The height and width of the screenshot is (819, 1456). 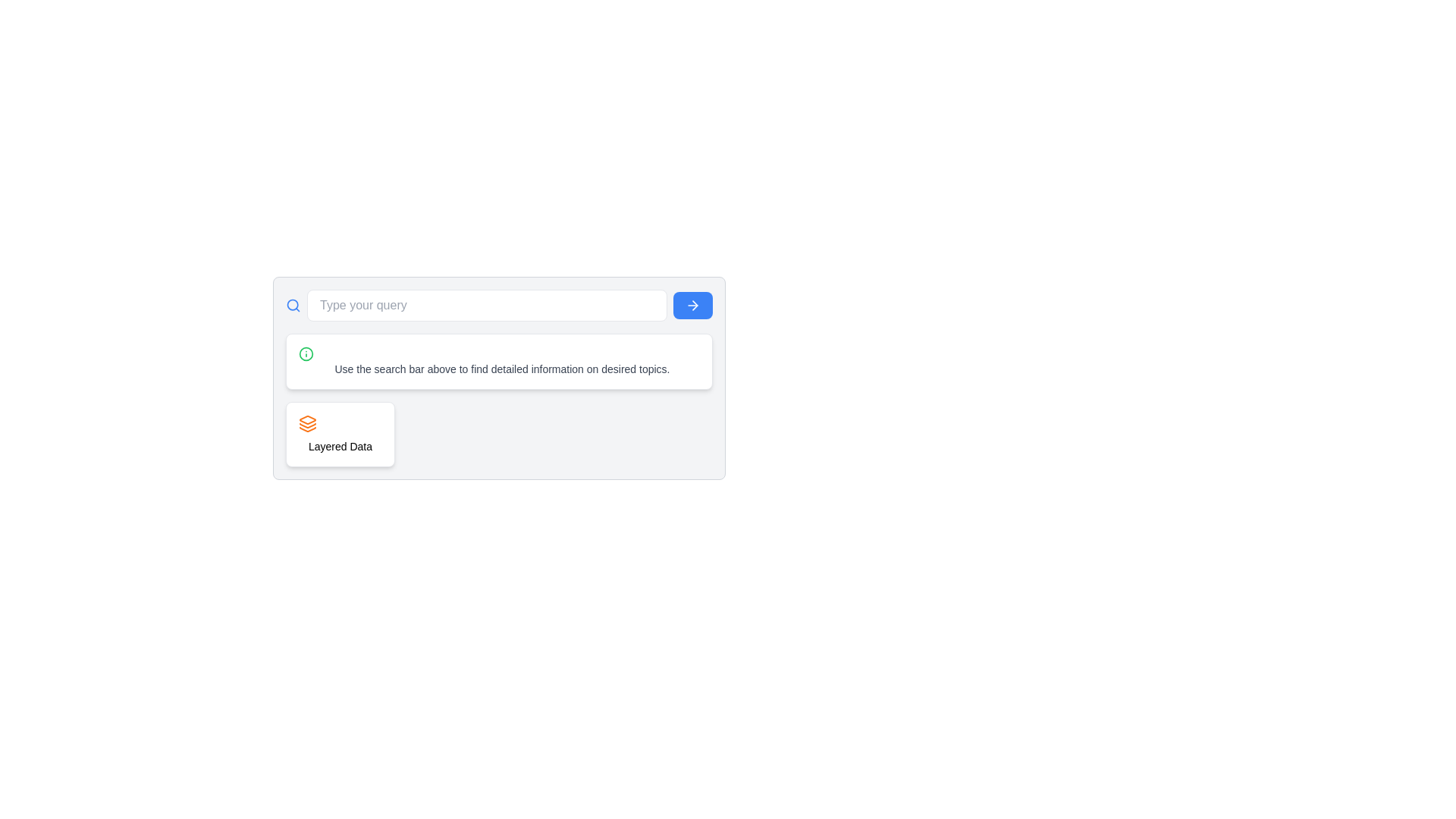 What do you see at coordinates (692, 305) in the screenshot?
I see `the submit button located at the far right of the search input field` at bounding box center [692, 305].